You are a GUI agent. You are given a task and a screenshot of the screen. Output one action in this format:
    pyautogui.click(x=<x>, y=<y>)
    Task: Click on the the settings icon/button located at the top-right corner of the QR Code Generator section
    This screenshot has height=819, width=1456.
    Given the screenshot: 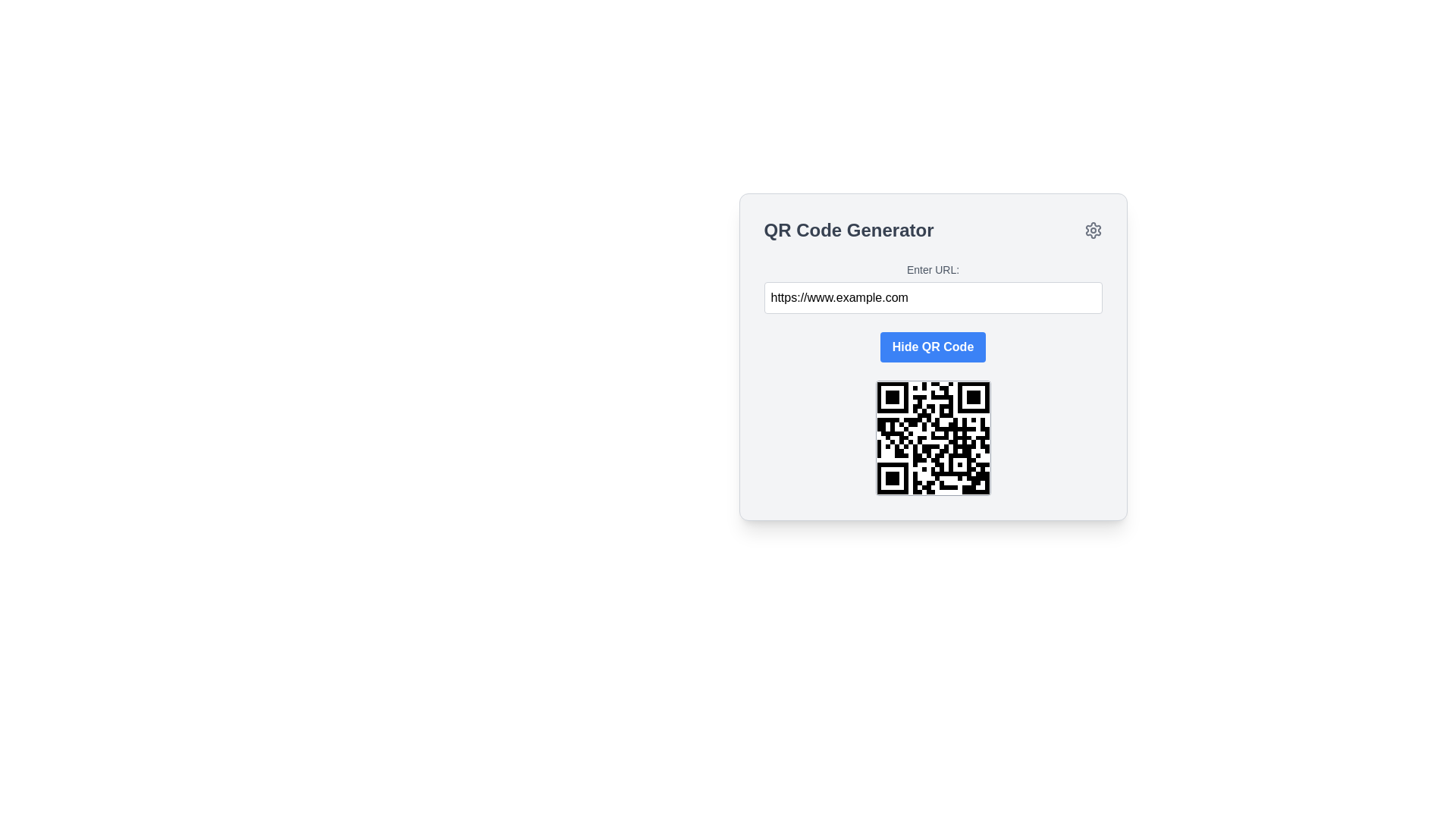 What is the action you would take?
    pyautogui.click(x=1093, y=231)
    